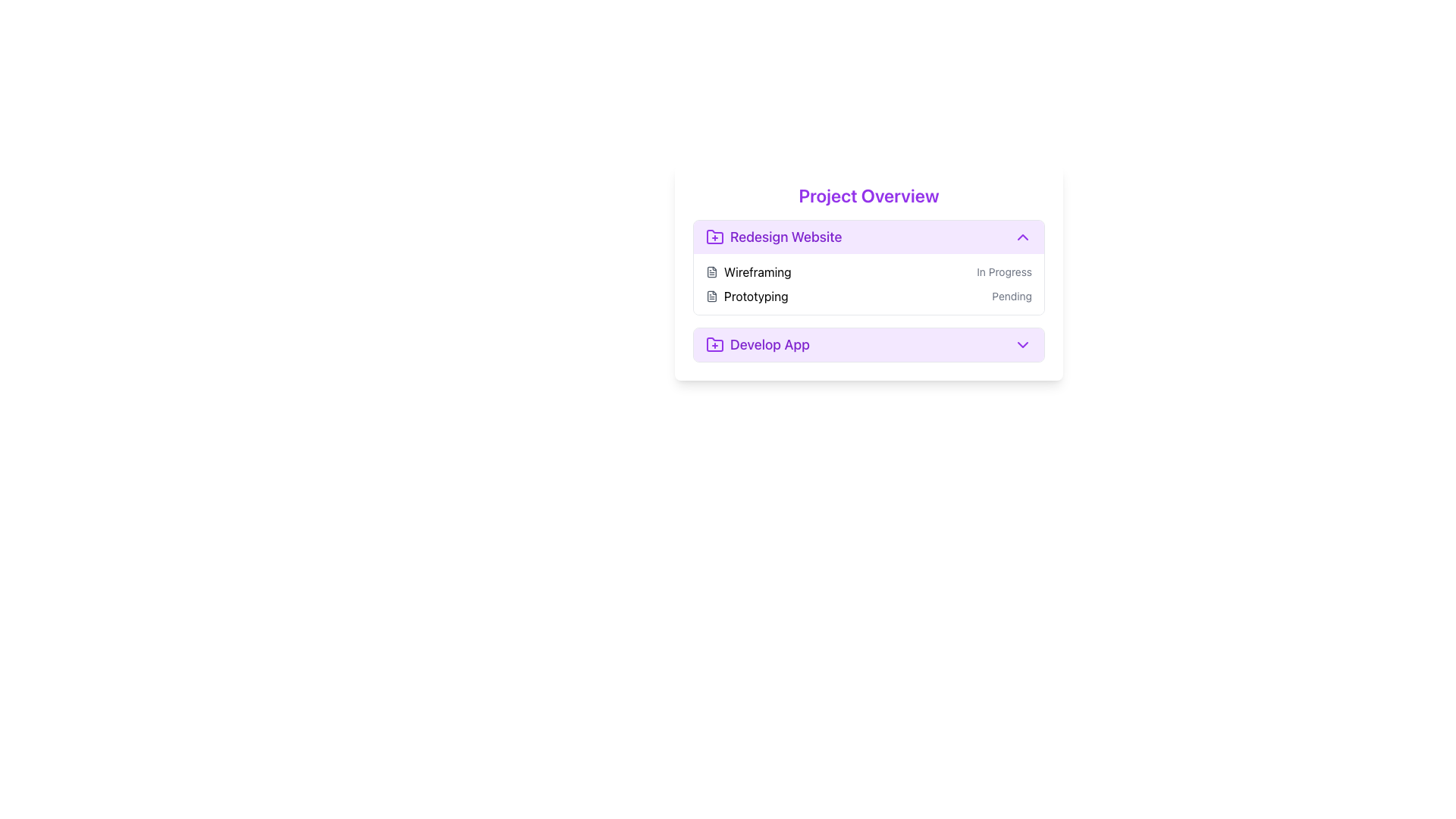 The image size is (1456, 819). Describe the element at coordinates (1022, 237) in the screenshot. I see `the toggle icon located at the top-right corner of the 'Redesign Website' section` at that location.